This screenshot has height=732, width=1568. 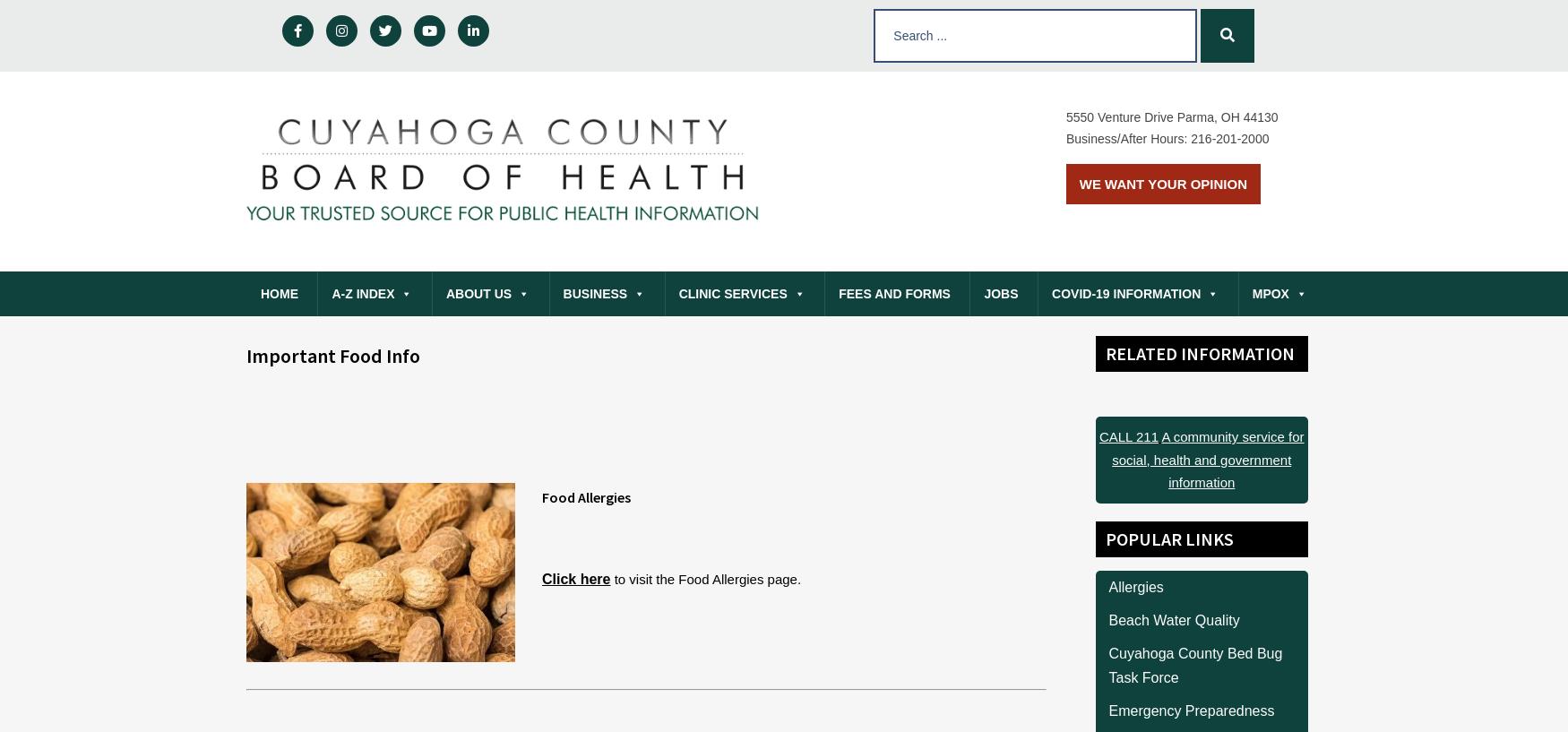 I want to click on 'A-Z Index', so click(x=361, y=293).